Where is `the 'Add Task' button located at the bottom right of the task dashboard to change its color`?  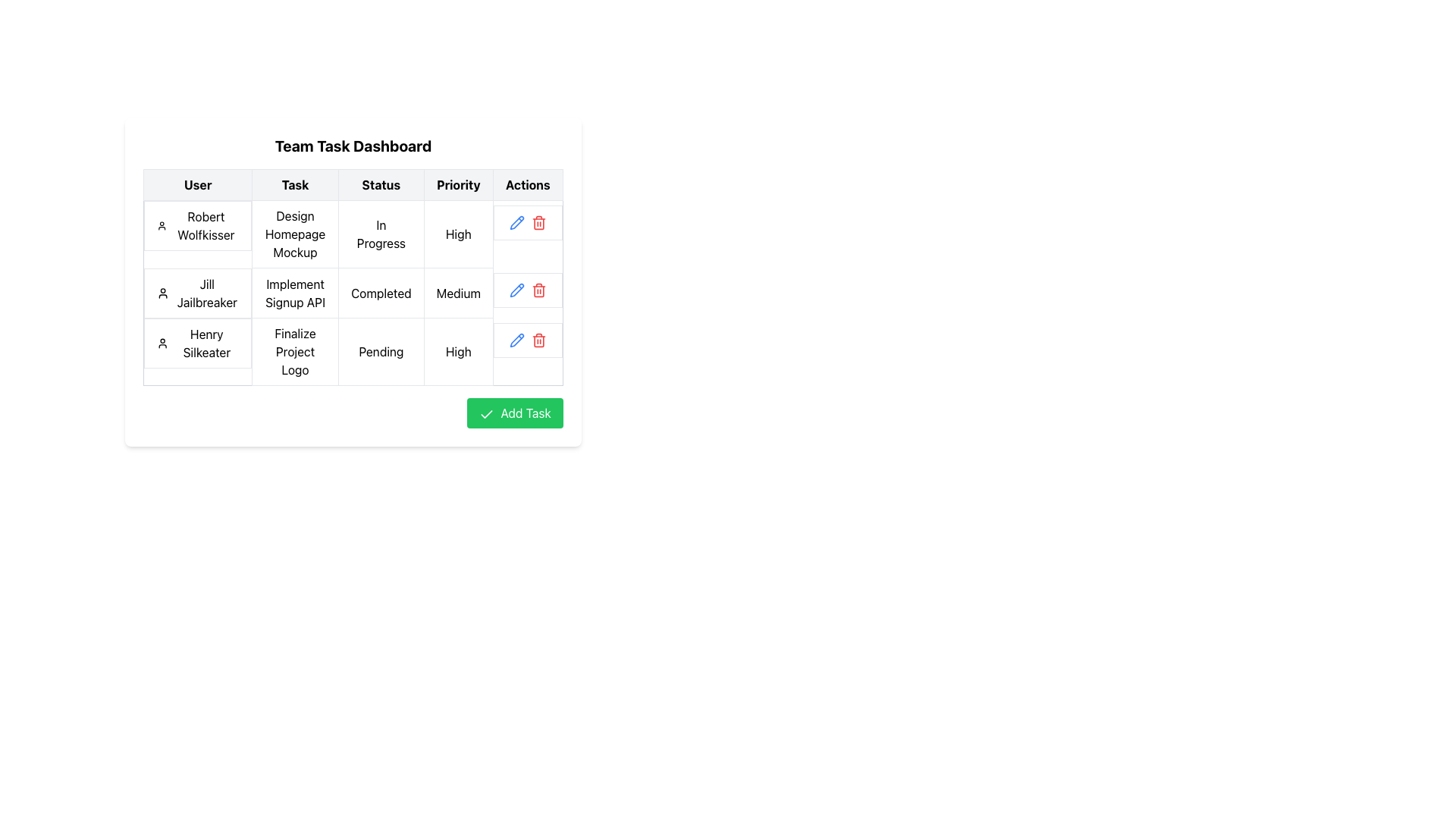 the 'Add Task' button located at the bottom right of the task dashboard to change its color is located at coordinates (515, 413).